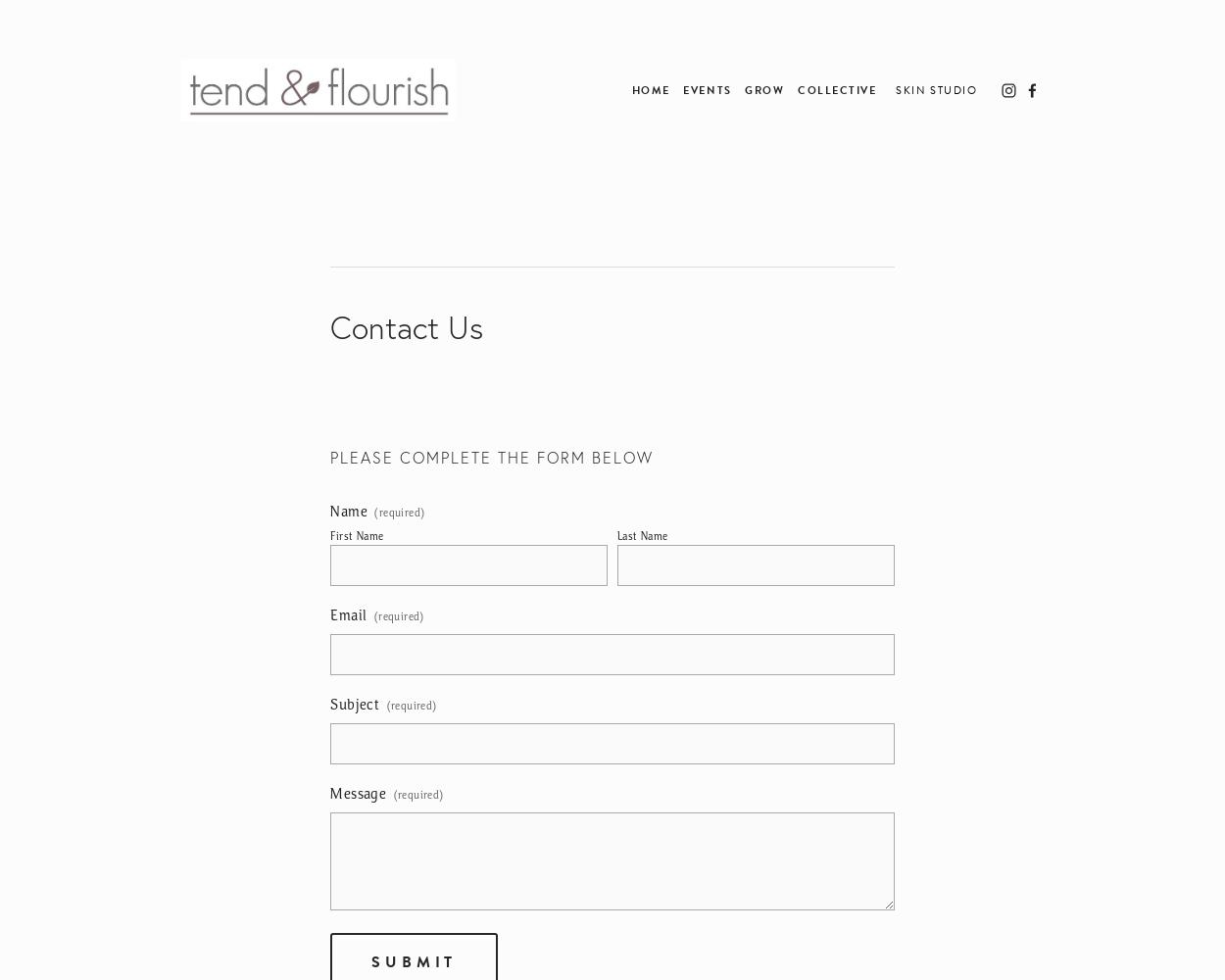 The image size is (1225, 980). I want to click on 'Contact Us', so click(407, 326).